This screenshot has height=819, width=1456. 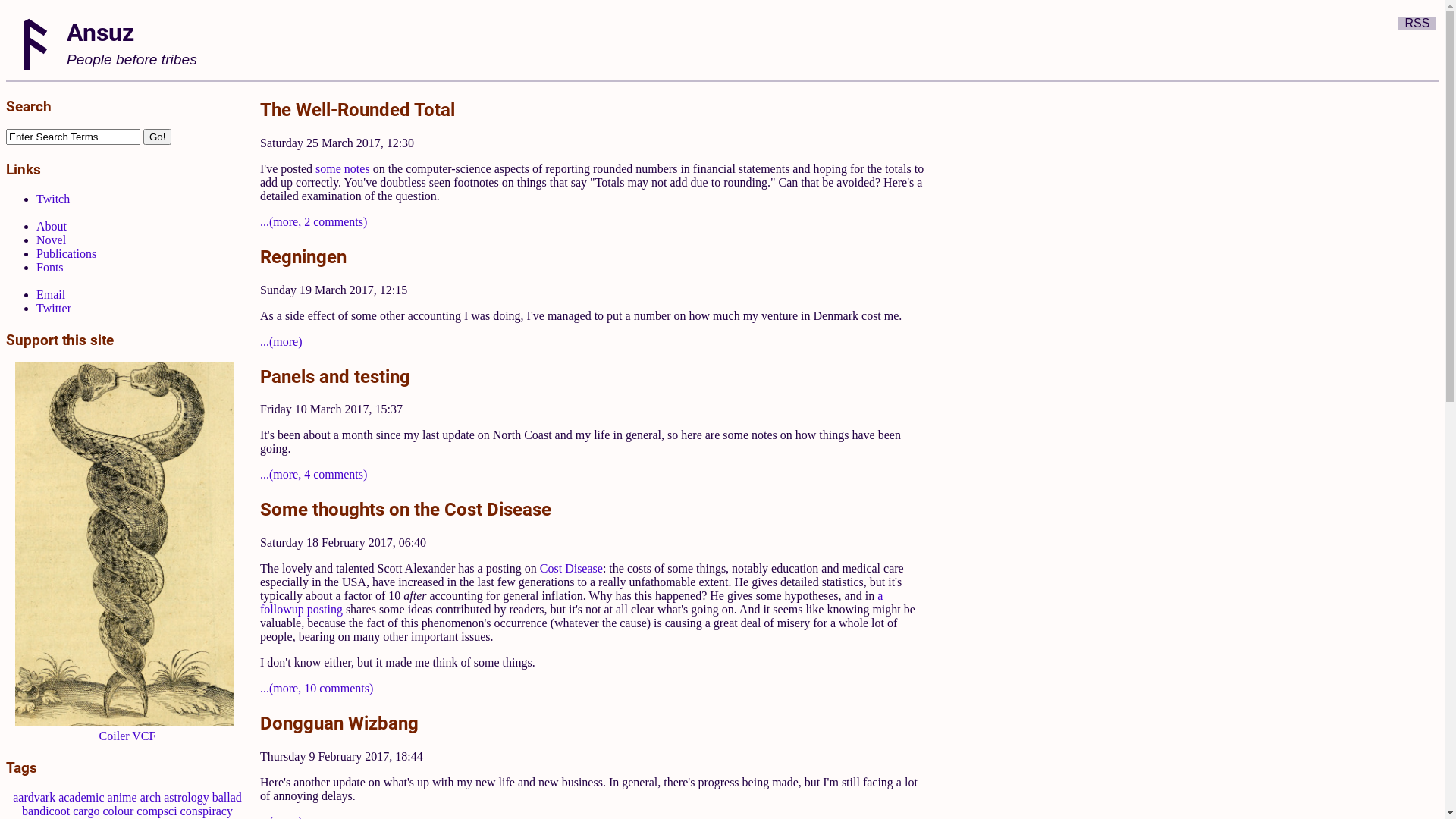 I want to click on '...(more)', so click(x=281, y=341).